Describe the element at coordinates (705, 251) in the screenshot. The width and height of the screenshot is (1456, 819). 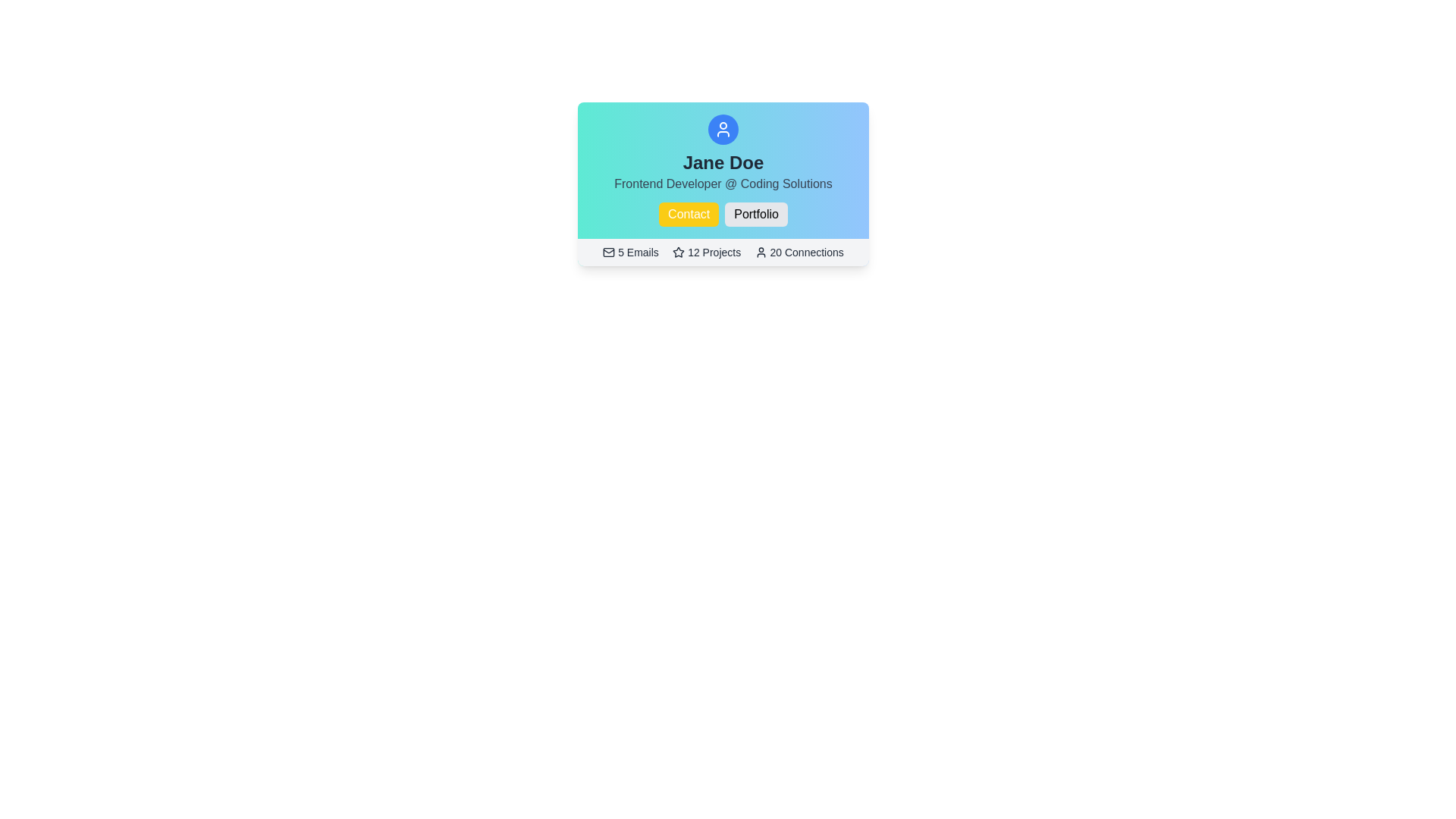
I see `the Label with an Icon displaying '12 Projects', which features a star icon and is positioned between '5 Emails' and '20 Connections' in the user profile card` at that location.